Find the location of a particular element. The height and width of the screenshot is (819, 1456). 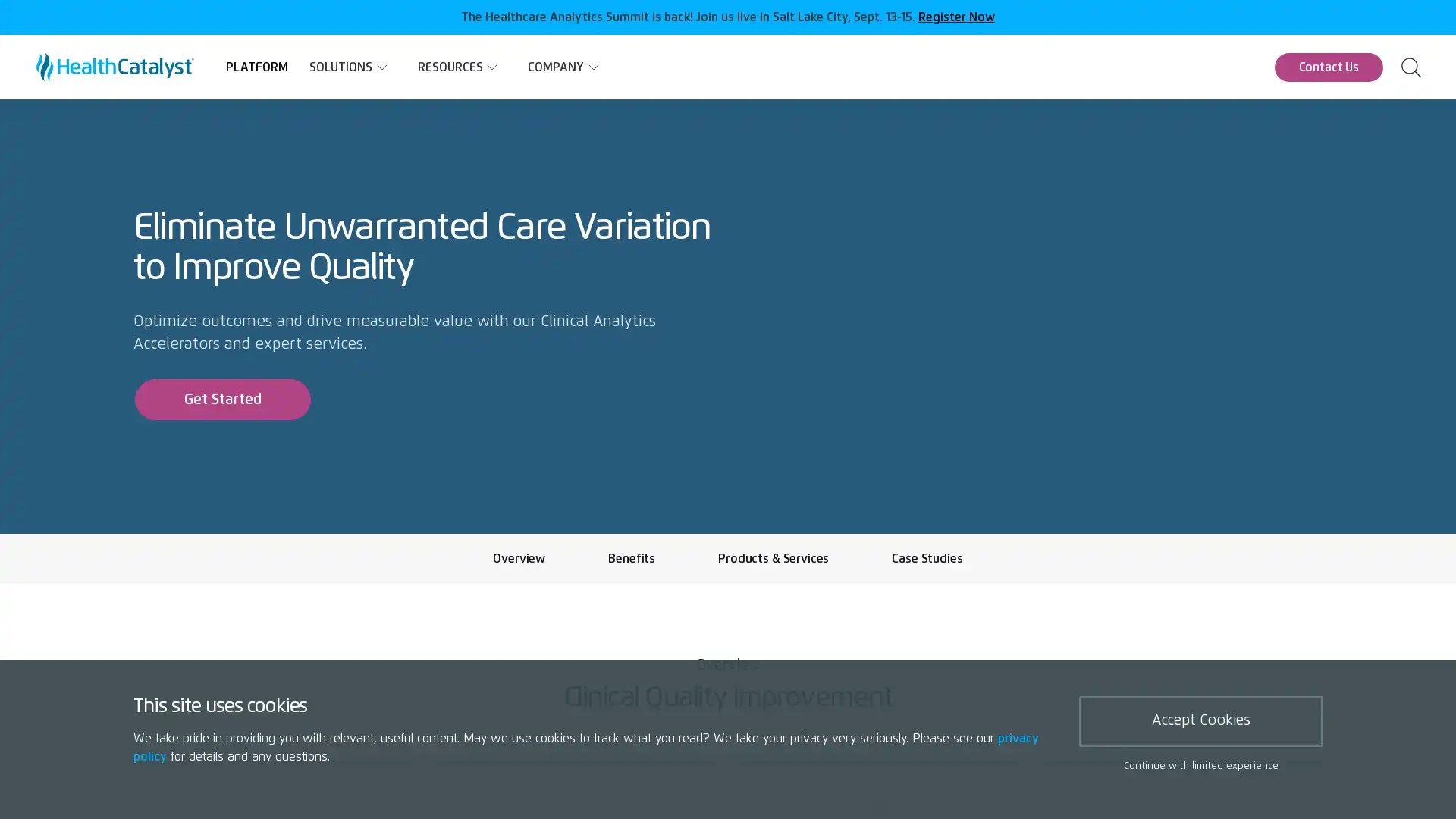

Continue with limited experience is located at coordinates (1200, 765).